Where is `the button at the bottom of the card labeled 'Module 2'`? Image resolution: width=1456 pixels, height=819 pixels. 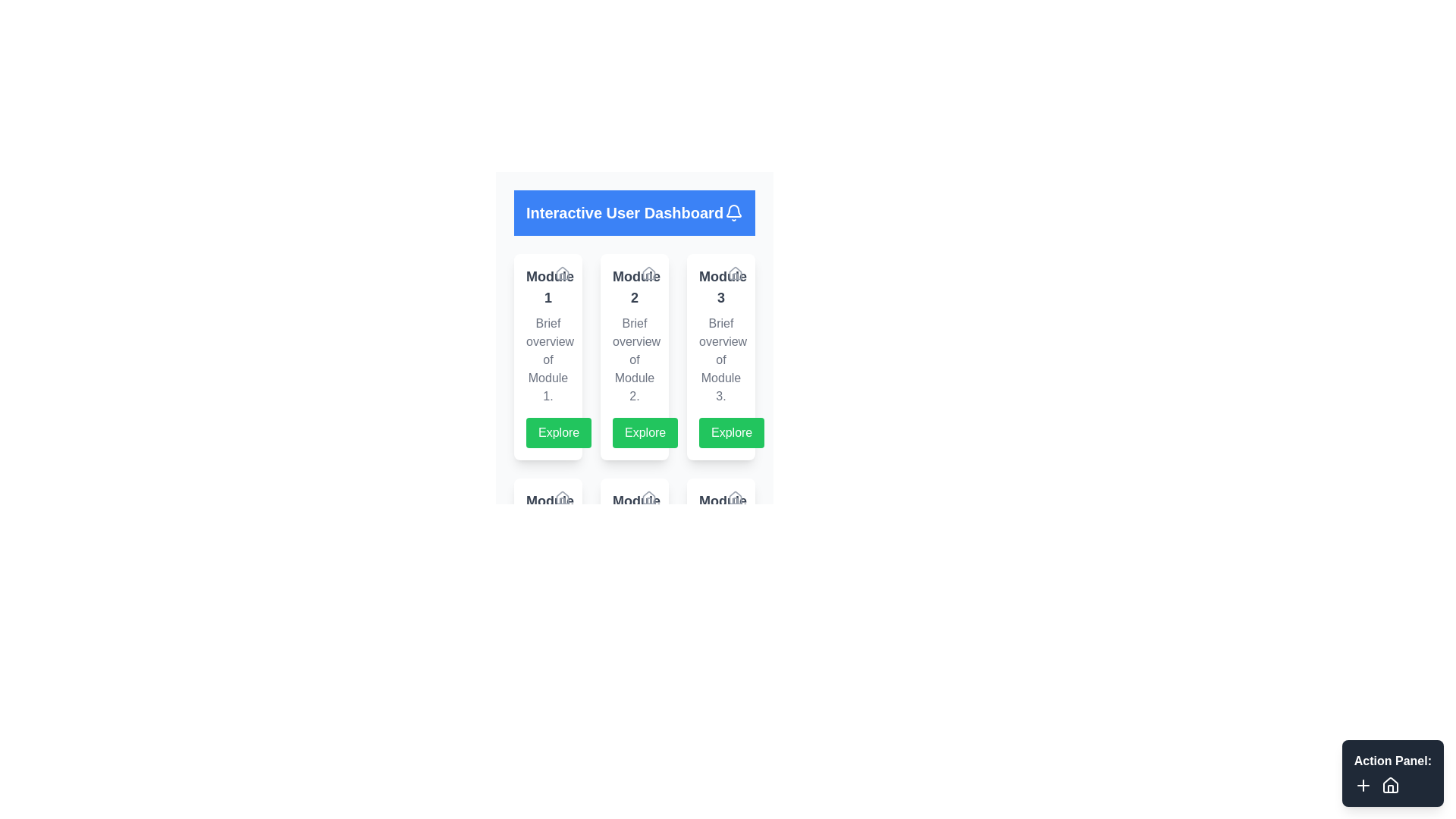
the button at the bottom of the card labeled 'Module 2' is located at coordinates (645, 432).